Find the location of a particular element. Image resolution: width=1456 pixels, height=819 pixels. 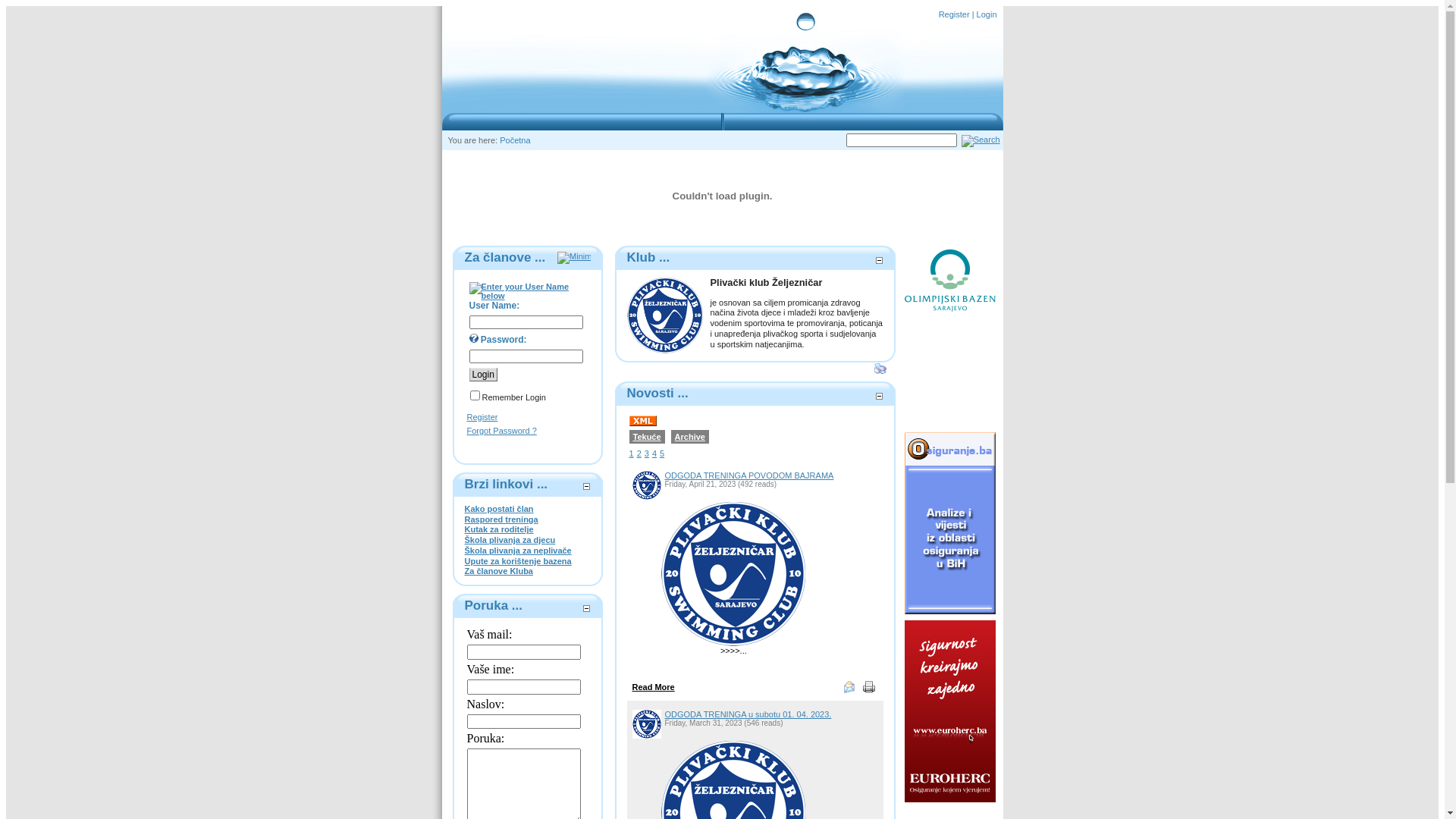

'Print' is located at coordinates (880, 369).